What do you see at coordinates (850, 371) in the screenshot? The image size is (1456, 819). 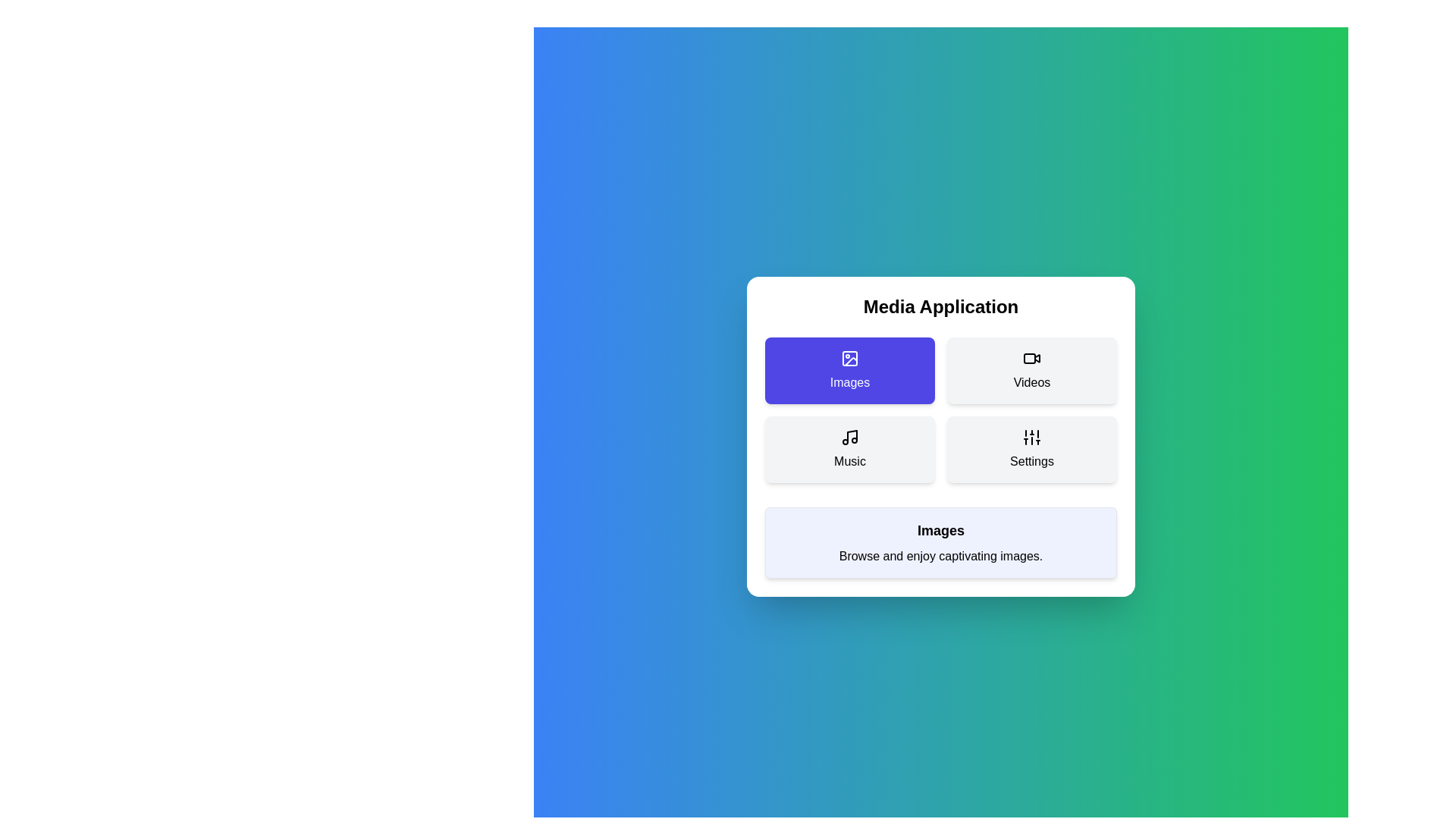 I see `the menu item Images to see its hover effect` at bounding box center [850, 371].